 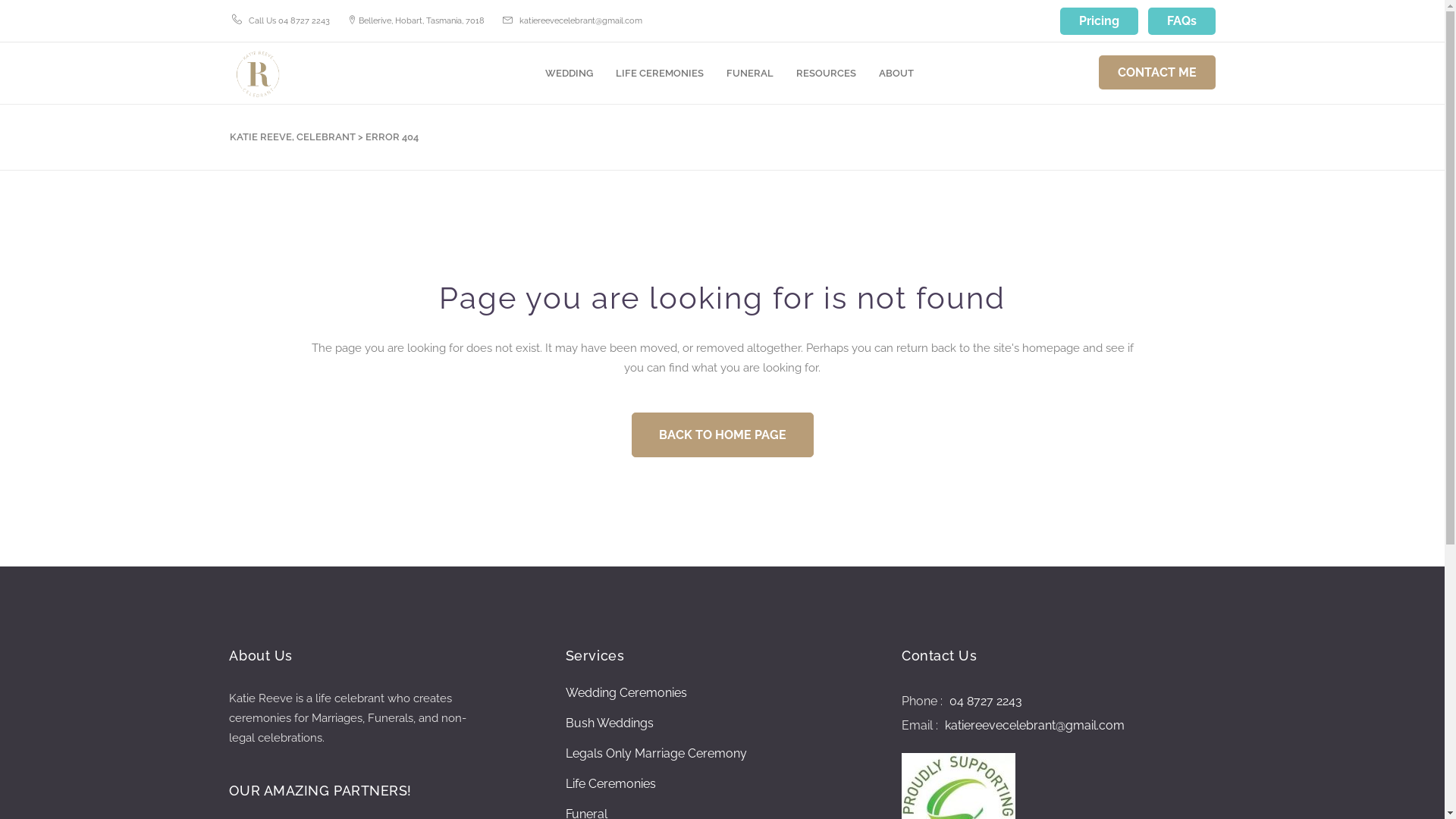 I want to click on 'Wedding Ceremonies', so click(x=626, y=693).